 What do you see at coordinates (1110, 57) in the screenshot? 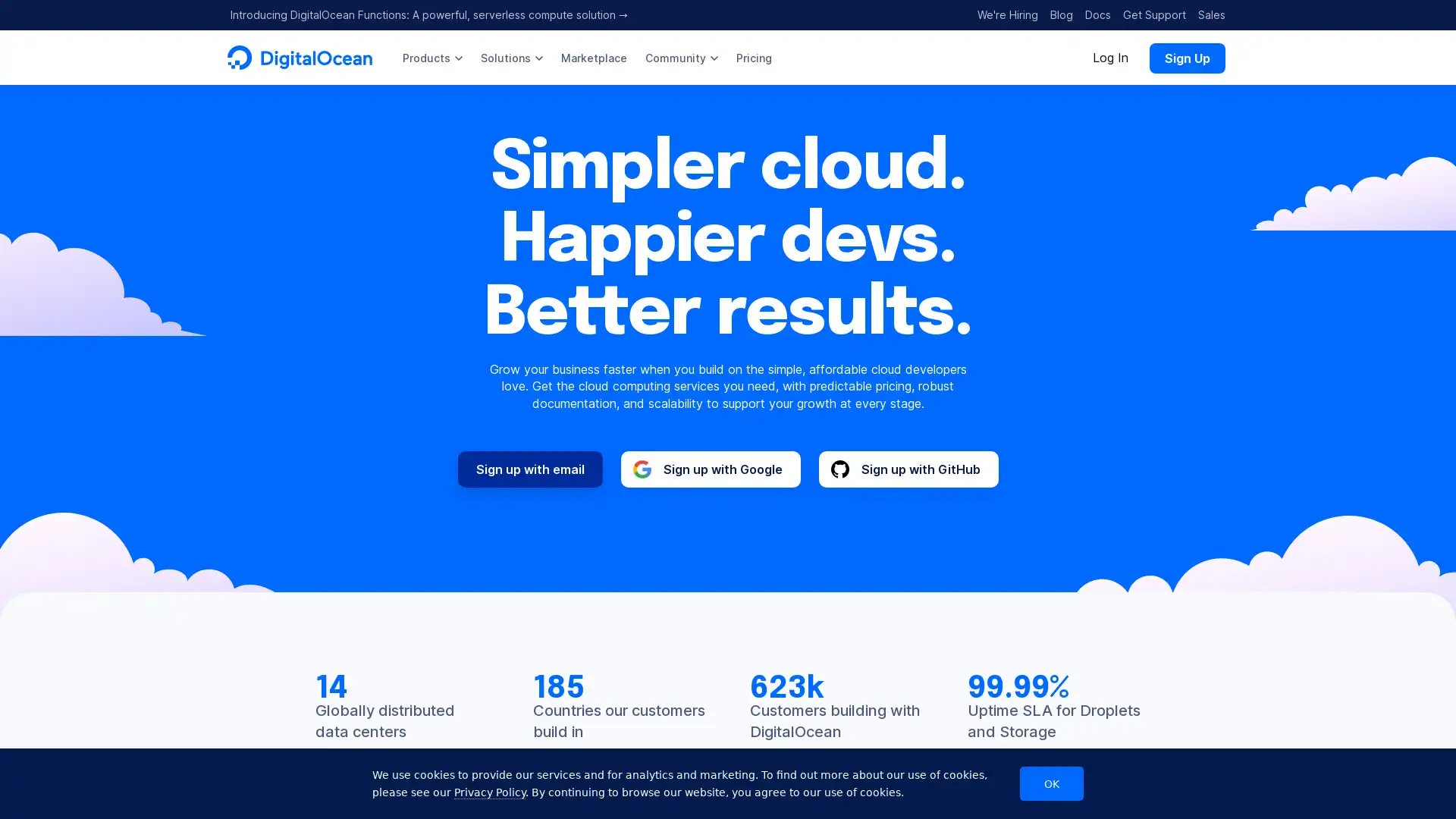
I see `Log In` at bounding box center [1110, 57].